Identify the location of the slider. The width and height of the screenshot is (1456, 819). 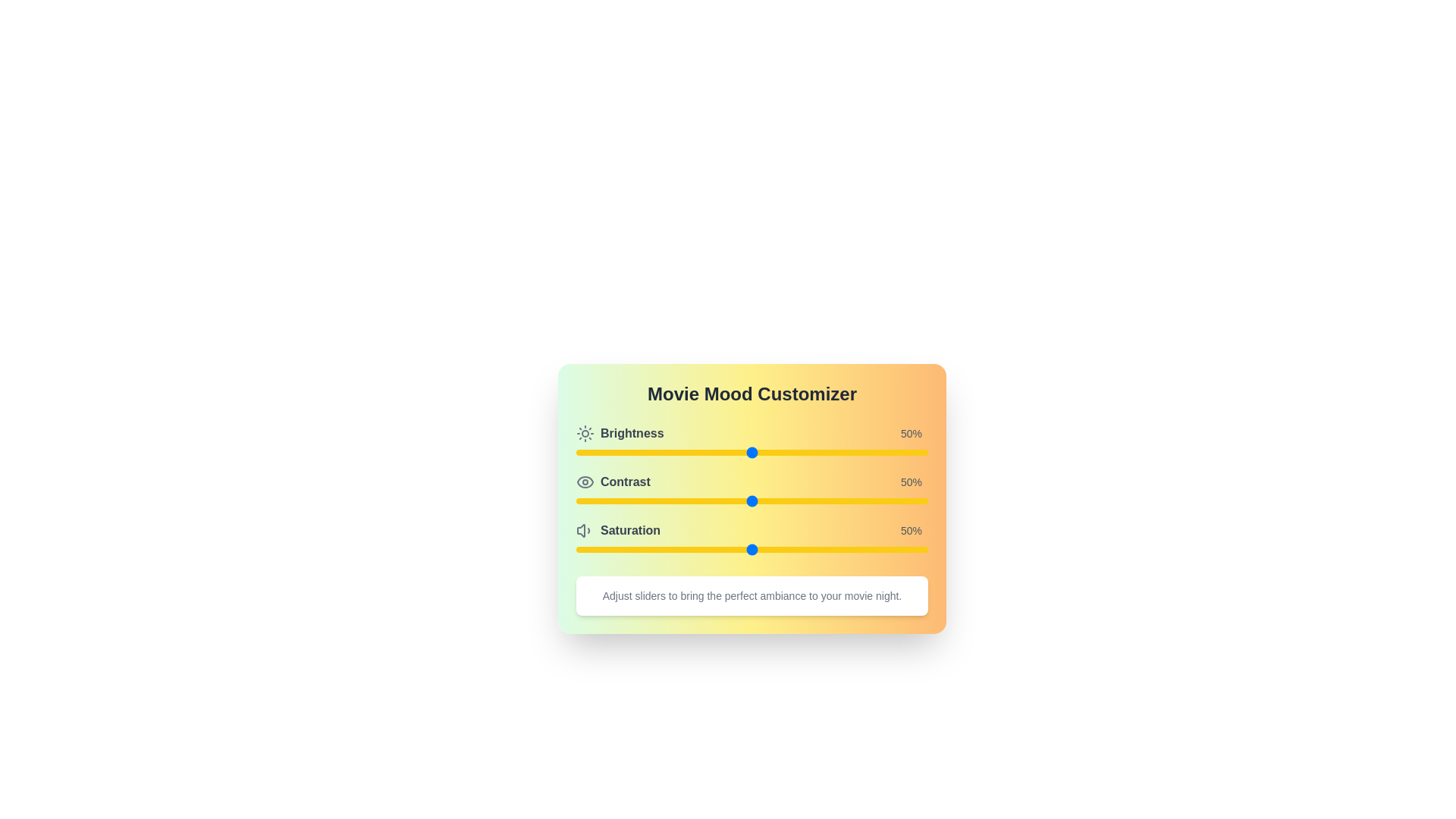
(673, 550).